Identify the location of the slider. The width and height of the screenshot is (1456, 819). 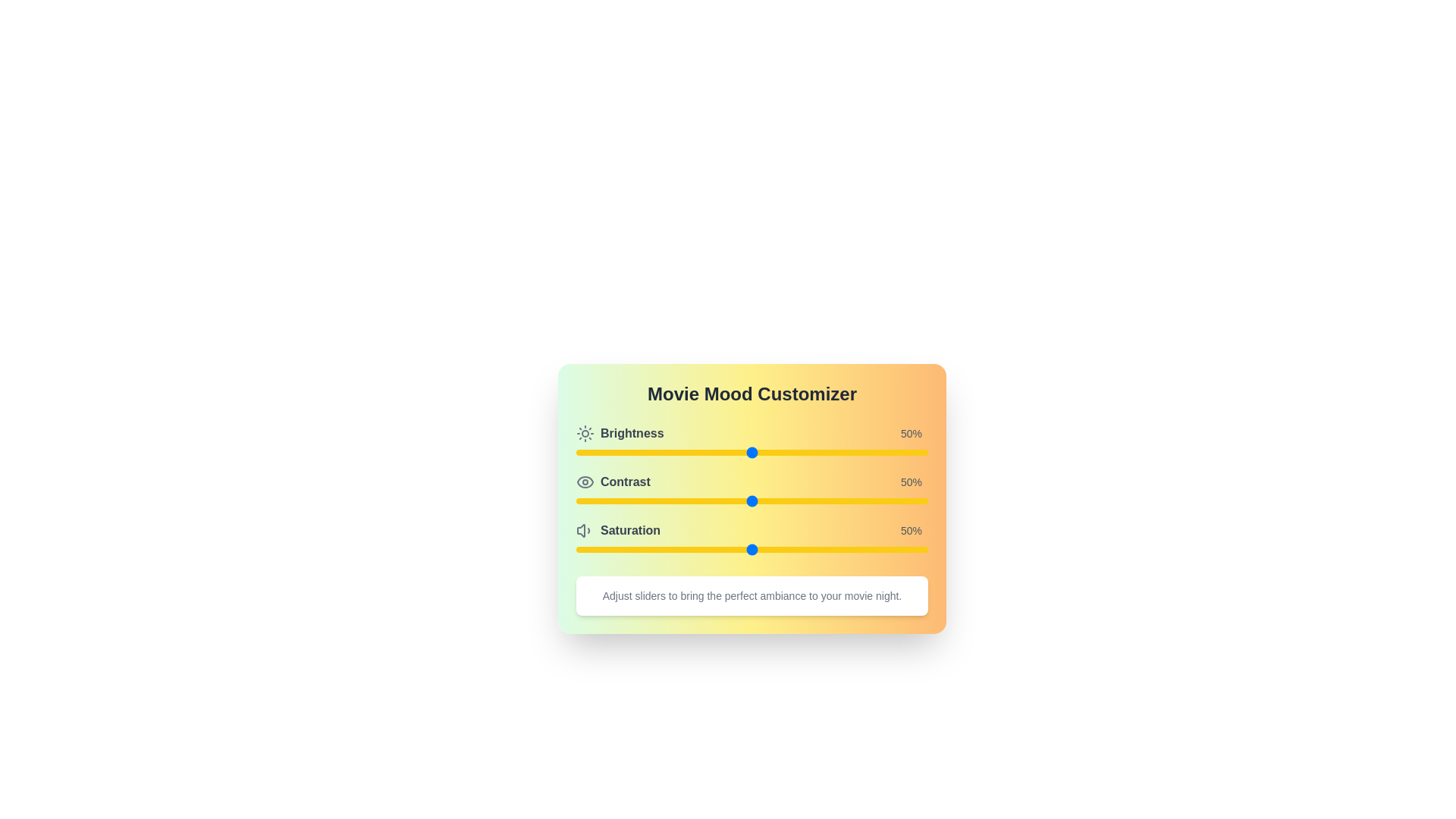
(673, 550).